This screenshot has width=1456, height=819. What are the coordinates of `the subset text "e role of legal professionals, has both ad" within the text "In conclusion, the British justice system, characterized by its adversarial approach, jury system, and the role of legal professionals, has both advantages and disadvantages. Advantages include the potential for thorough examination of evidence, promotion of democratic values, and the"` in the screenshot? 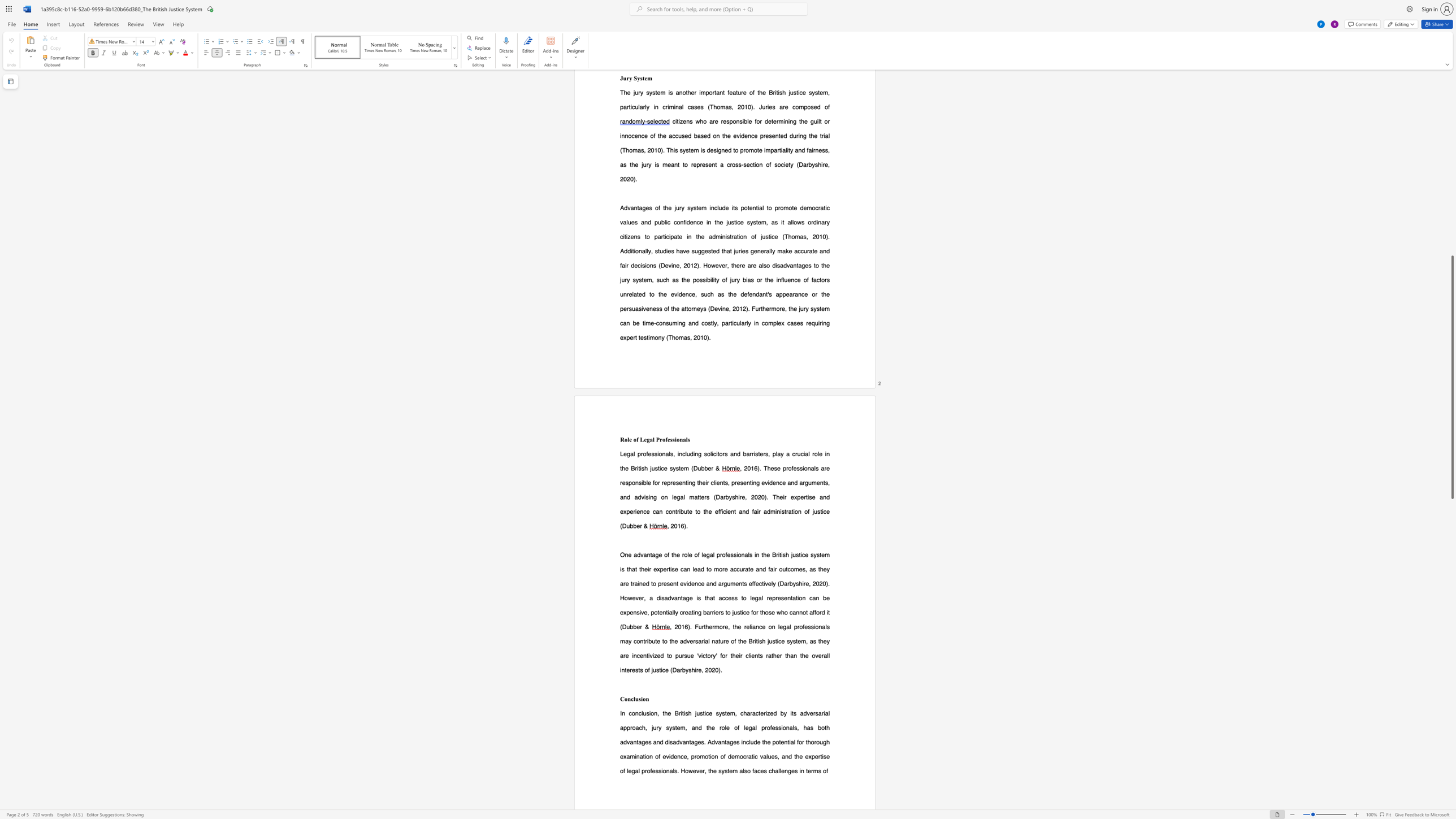 It's located at (710, 727).